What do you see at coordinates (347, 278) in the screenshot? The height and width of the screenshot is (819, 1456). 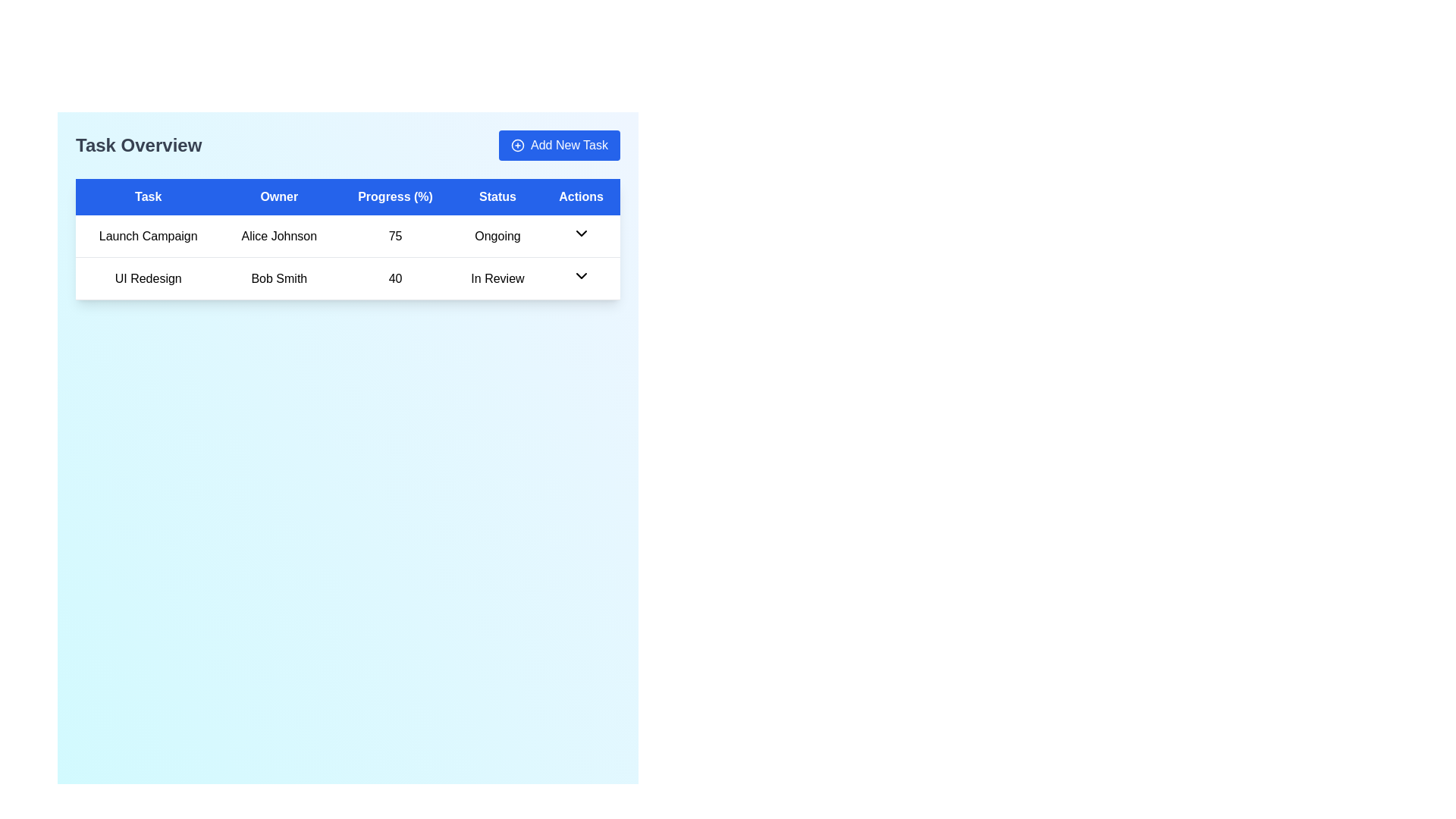 I see `the table row containing task details for 'UI Redesign' assigned to 'Bob Smith'` at bounding box center [347, 278].